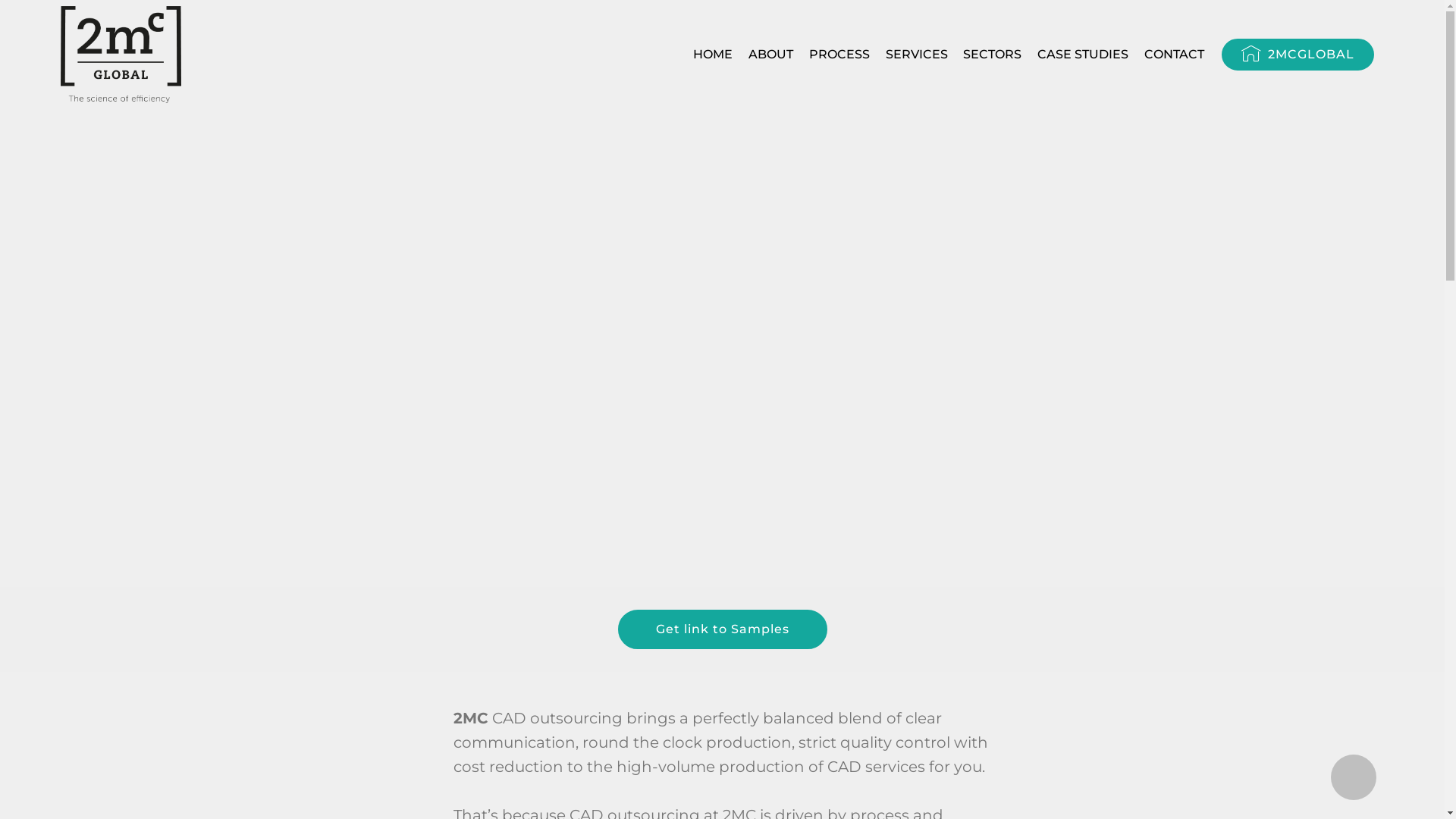 The image size is (1456, 819). I want to click on 'PROCESS', so click(839, 54).